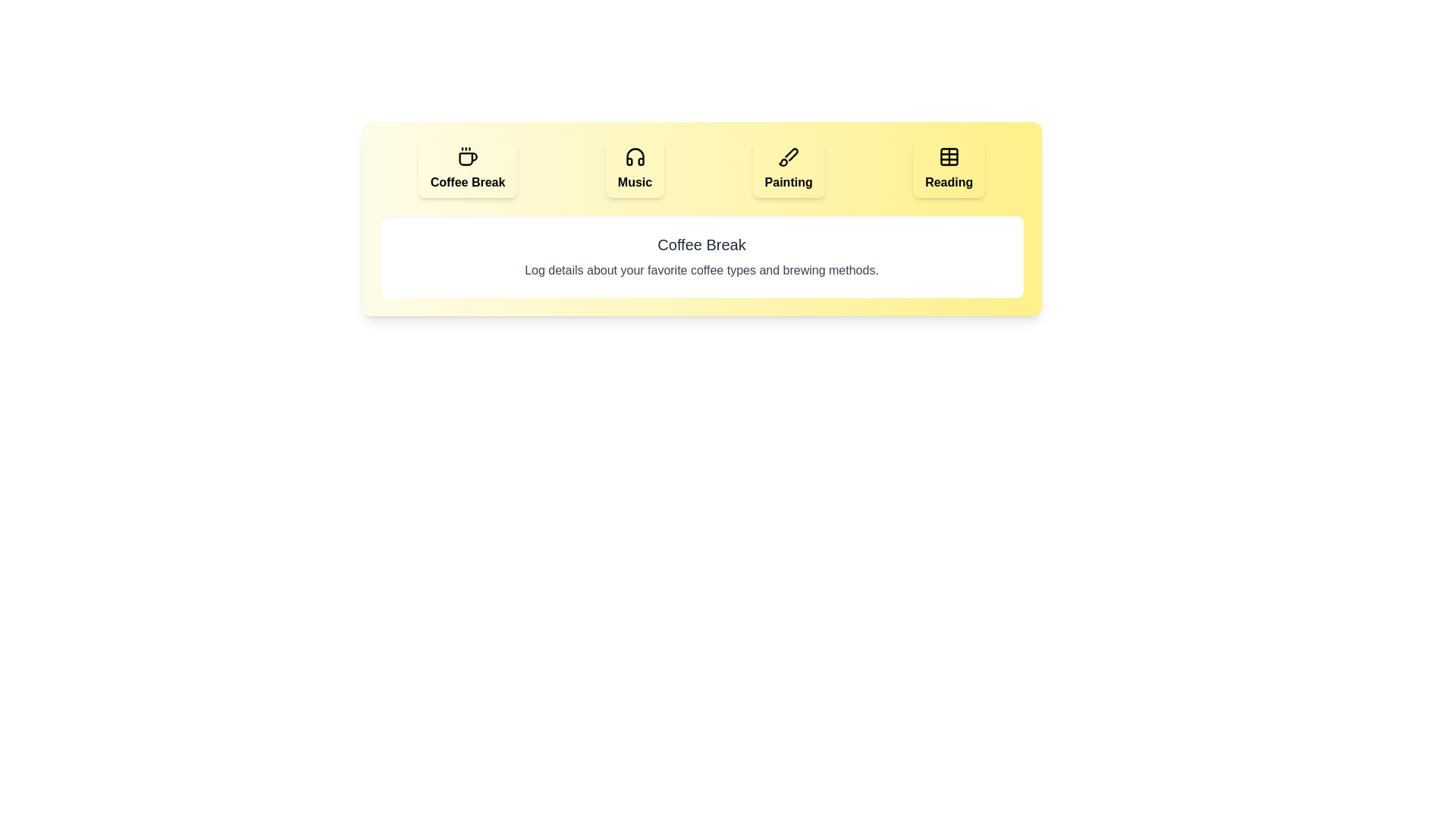 This screenshot has width=1456, height=819. I want to click on the interactive button labeled 'Coffee Break', which is the first button in a row of buttons with a light yellow background and a coffee cup icon, so click(467, 169).